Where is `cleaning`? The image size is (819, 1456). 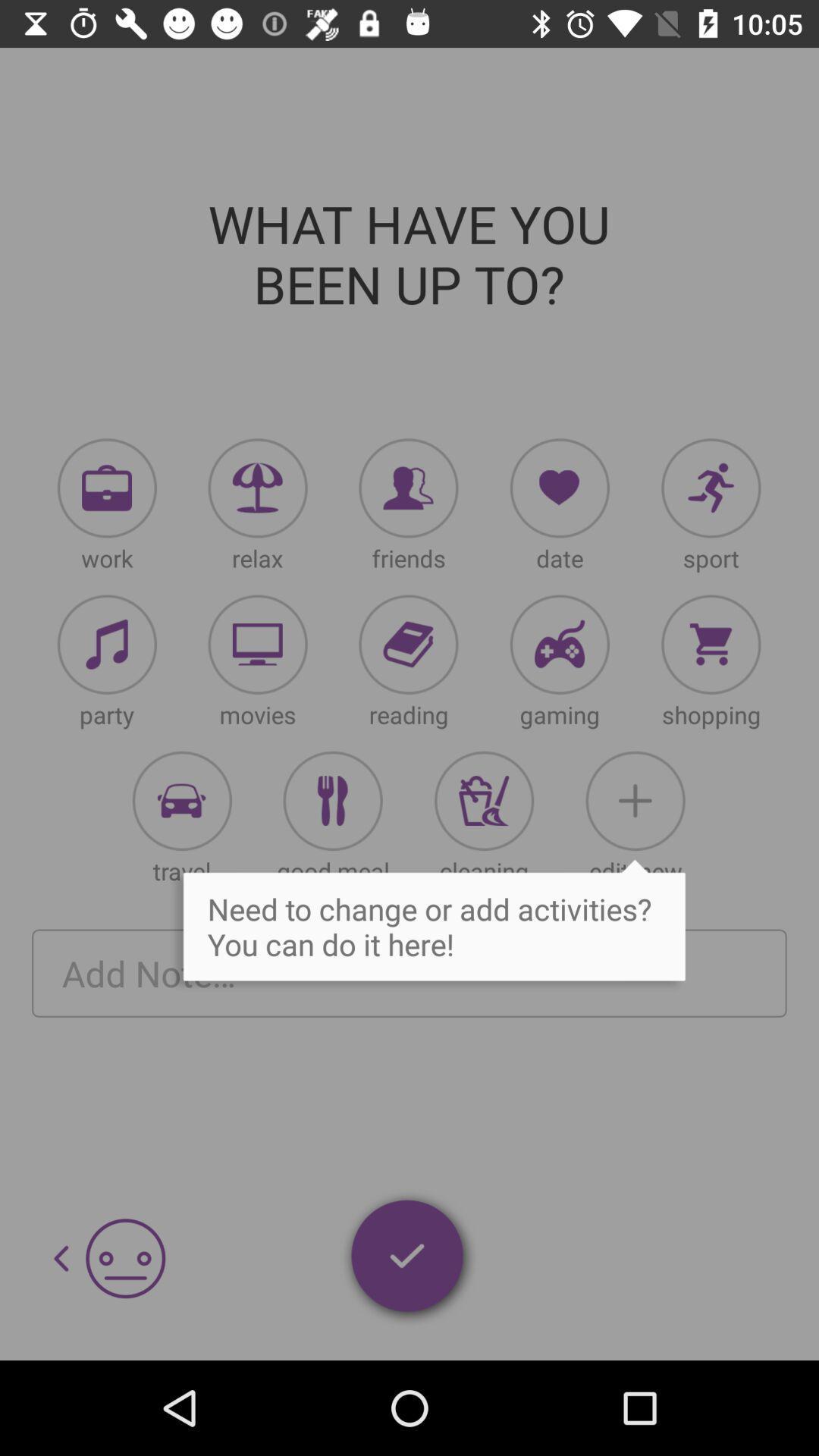 cleaning is located at coordinates (484, 800).